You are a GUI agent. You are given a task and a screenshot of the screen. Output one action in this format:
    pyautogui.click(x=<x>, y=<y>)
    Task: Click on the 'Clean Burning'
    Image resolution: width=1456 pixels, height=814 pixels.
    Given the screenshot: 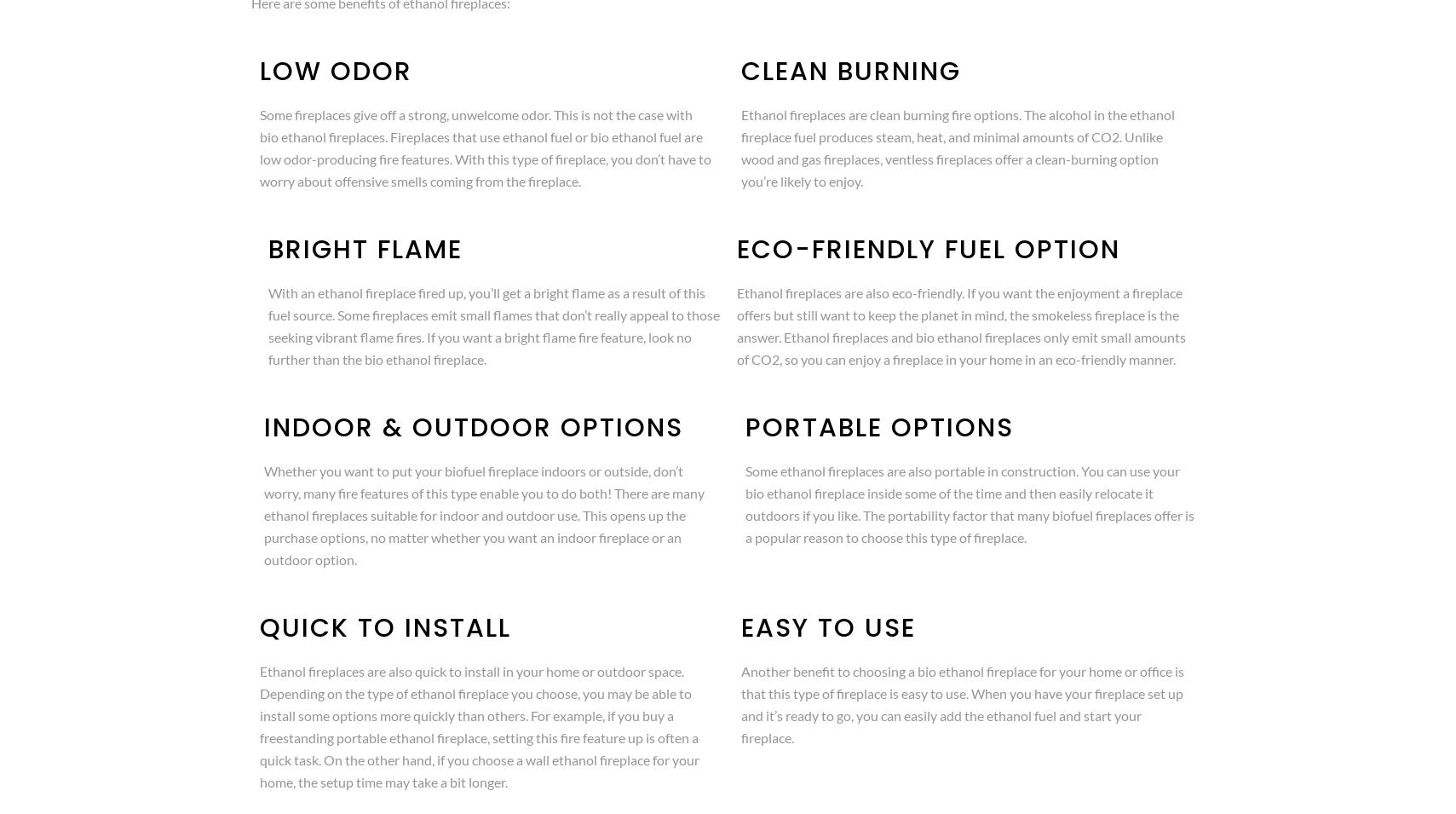 What is the action you would take?
    pyautogui.click(x=850, y=71)
    